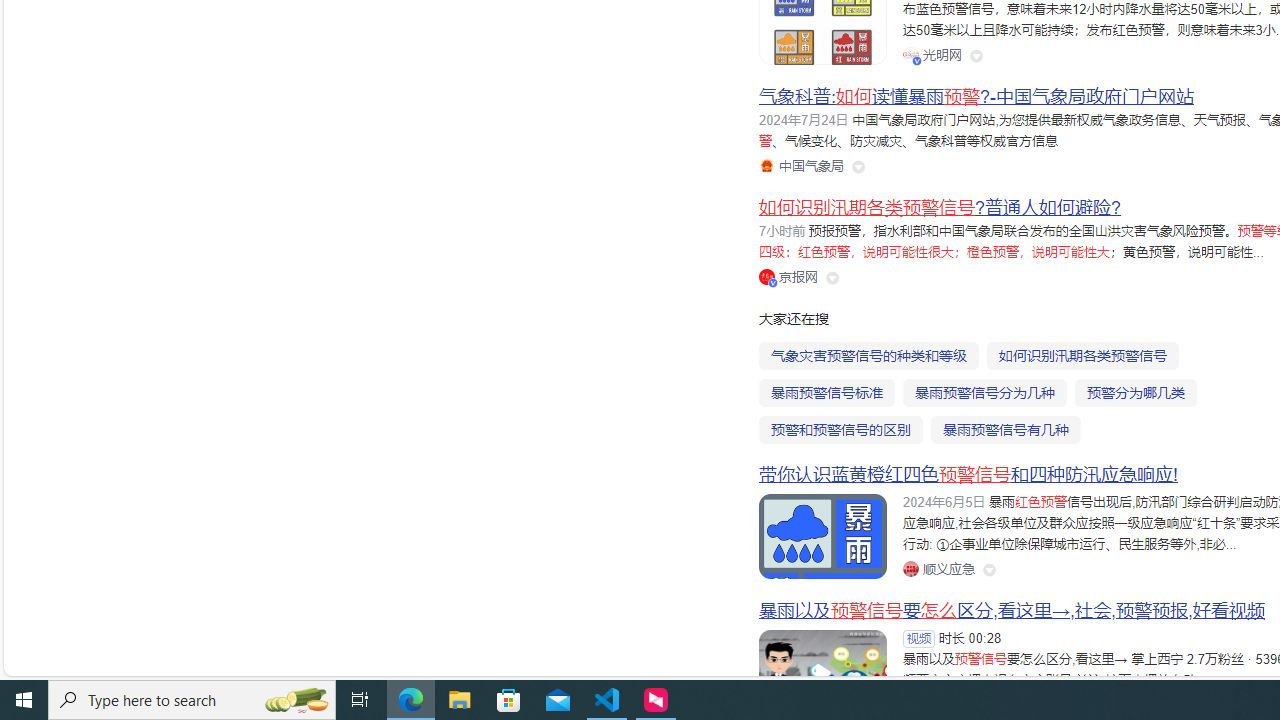 Image resolution: width=1280 pixels, height=720 pixels. Describe the element at coordinates (937, 568) in the screenshot. I see `'Class: siteLink_9TPP3'` at that location.